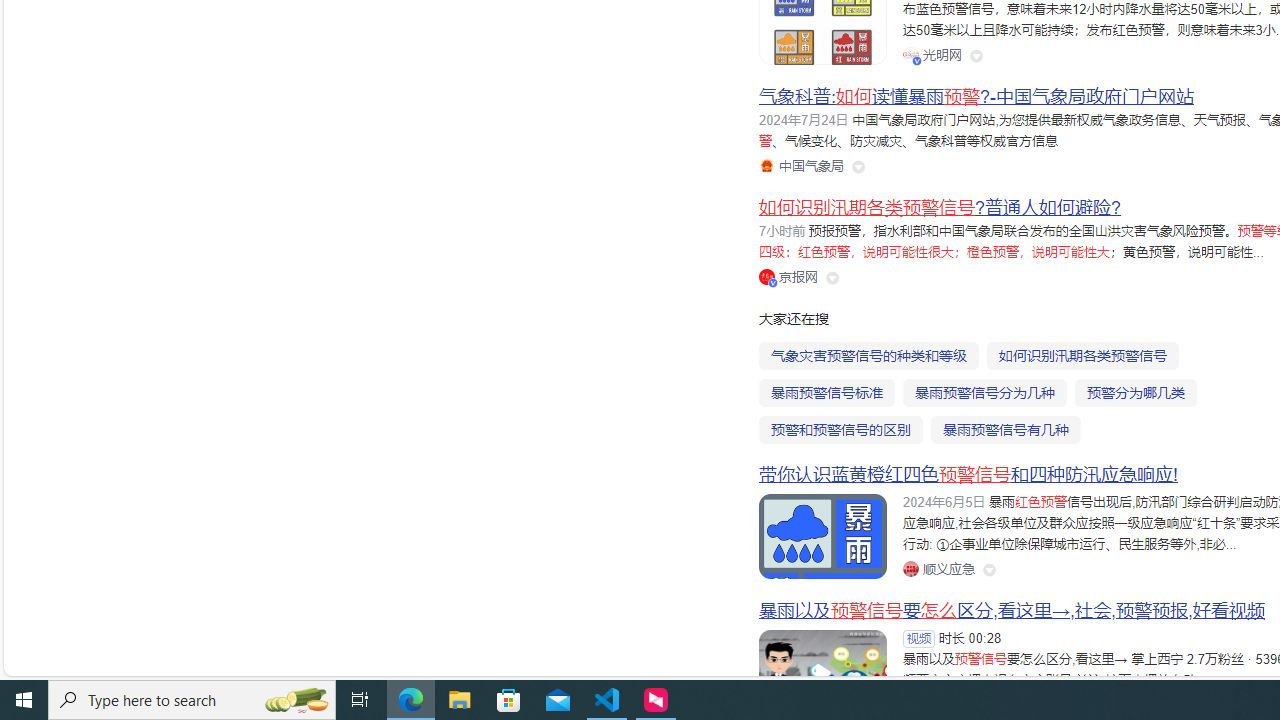 Image resolution: width=1280 pixels, height=720 pixels. Describe the element at coordinates (937, 568) in the screenshot. I see `'Class: siteLink_9TPP3'` at that location.